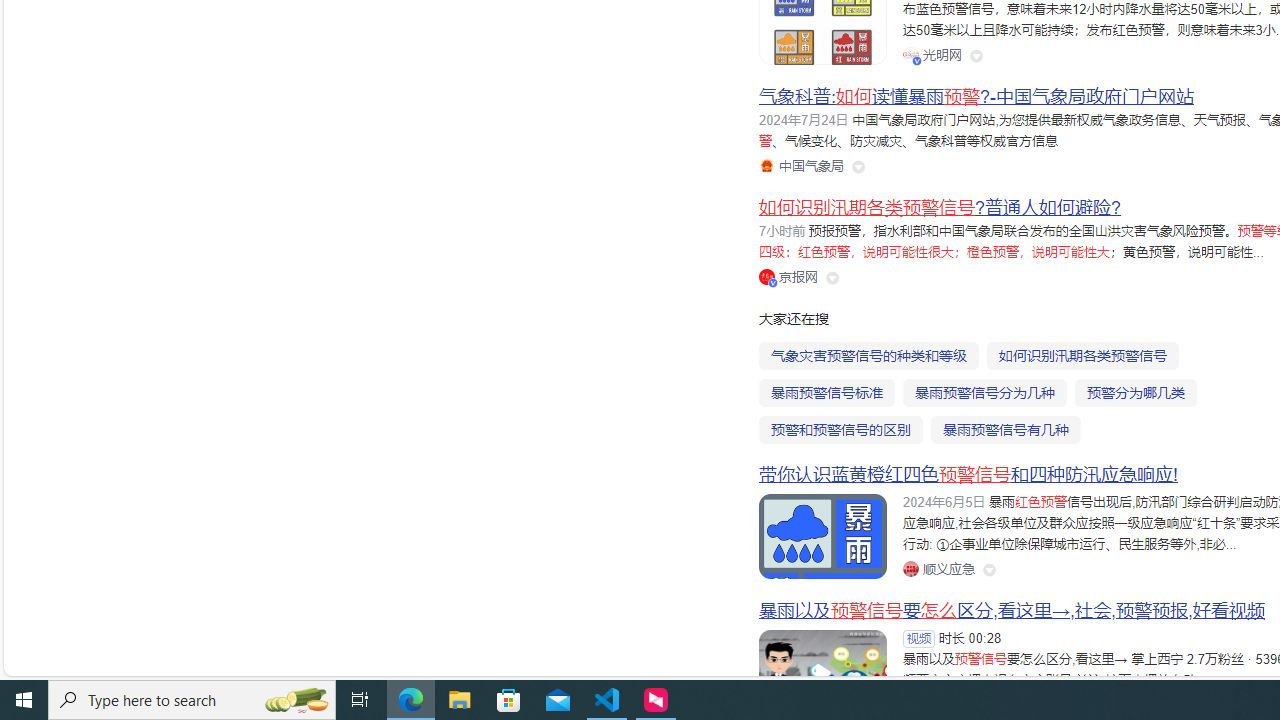 Image resolution: width=1280 pixels, height=720 pixels. Describe the element at coordinates (937, 568) in the screenshot. I see `'Class: siteLink_9TPP3'` at that location.